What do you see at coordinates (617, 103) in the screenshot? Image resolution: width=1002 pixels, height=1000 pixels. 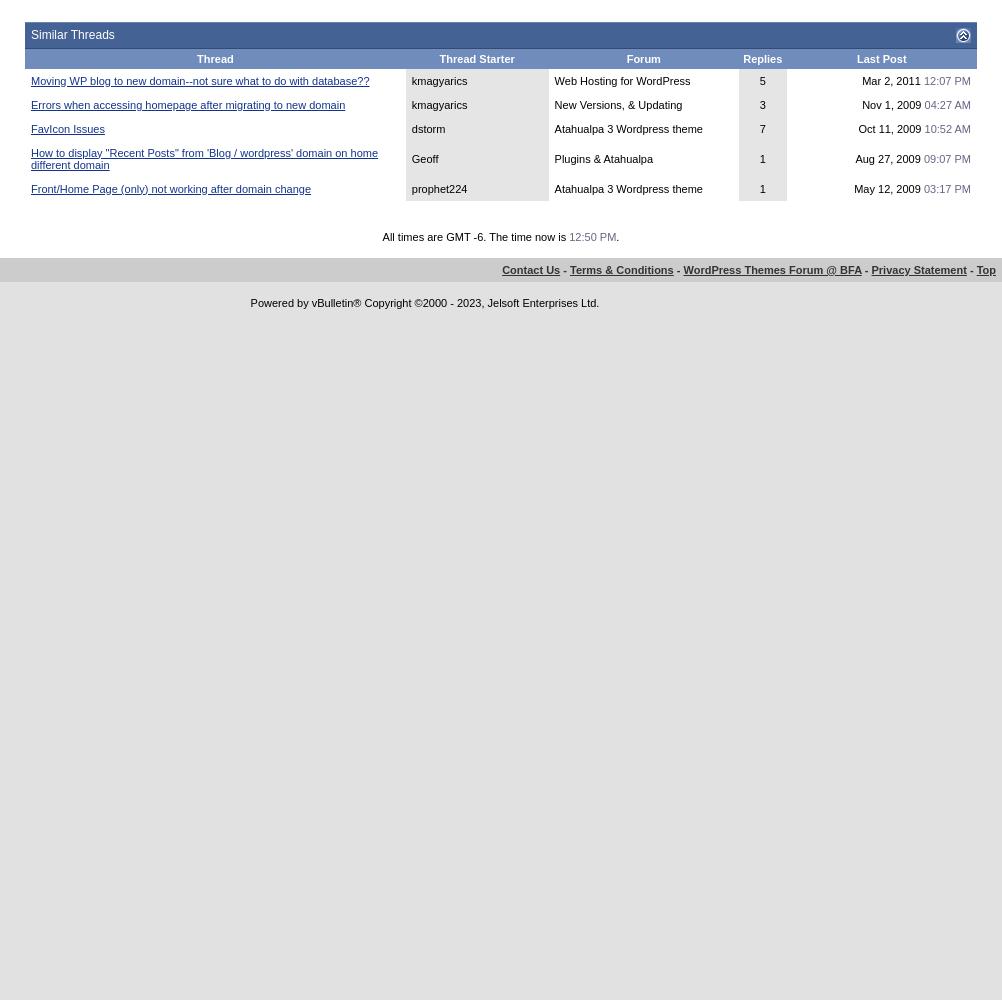 I see `'New Versions, & Updating'` at bounding box center [617, 103].